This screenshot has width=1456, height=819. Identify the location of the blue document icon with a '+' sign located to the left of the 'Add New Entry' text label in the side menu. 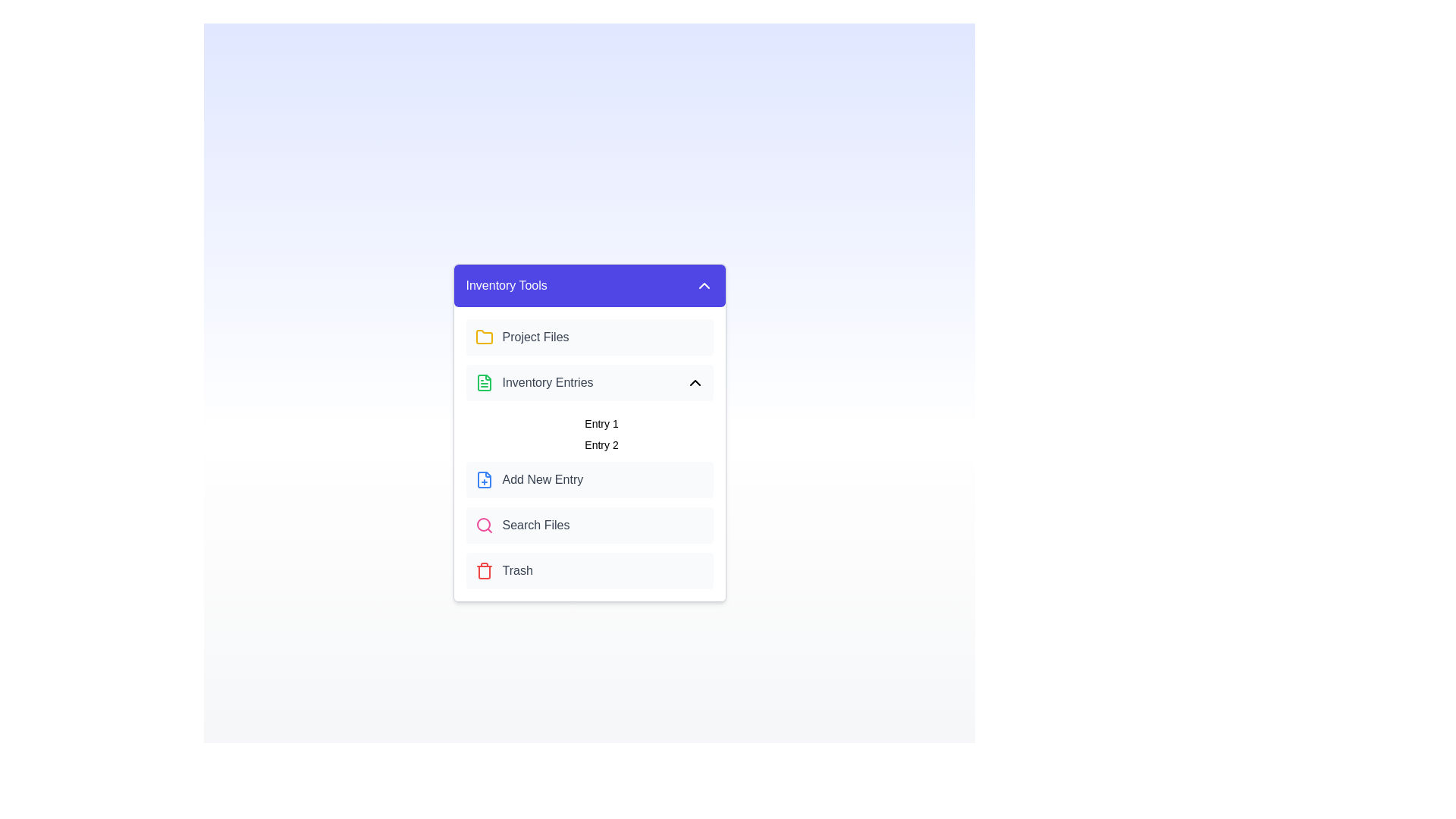
(483, 479).